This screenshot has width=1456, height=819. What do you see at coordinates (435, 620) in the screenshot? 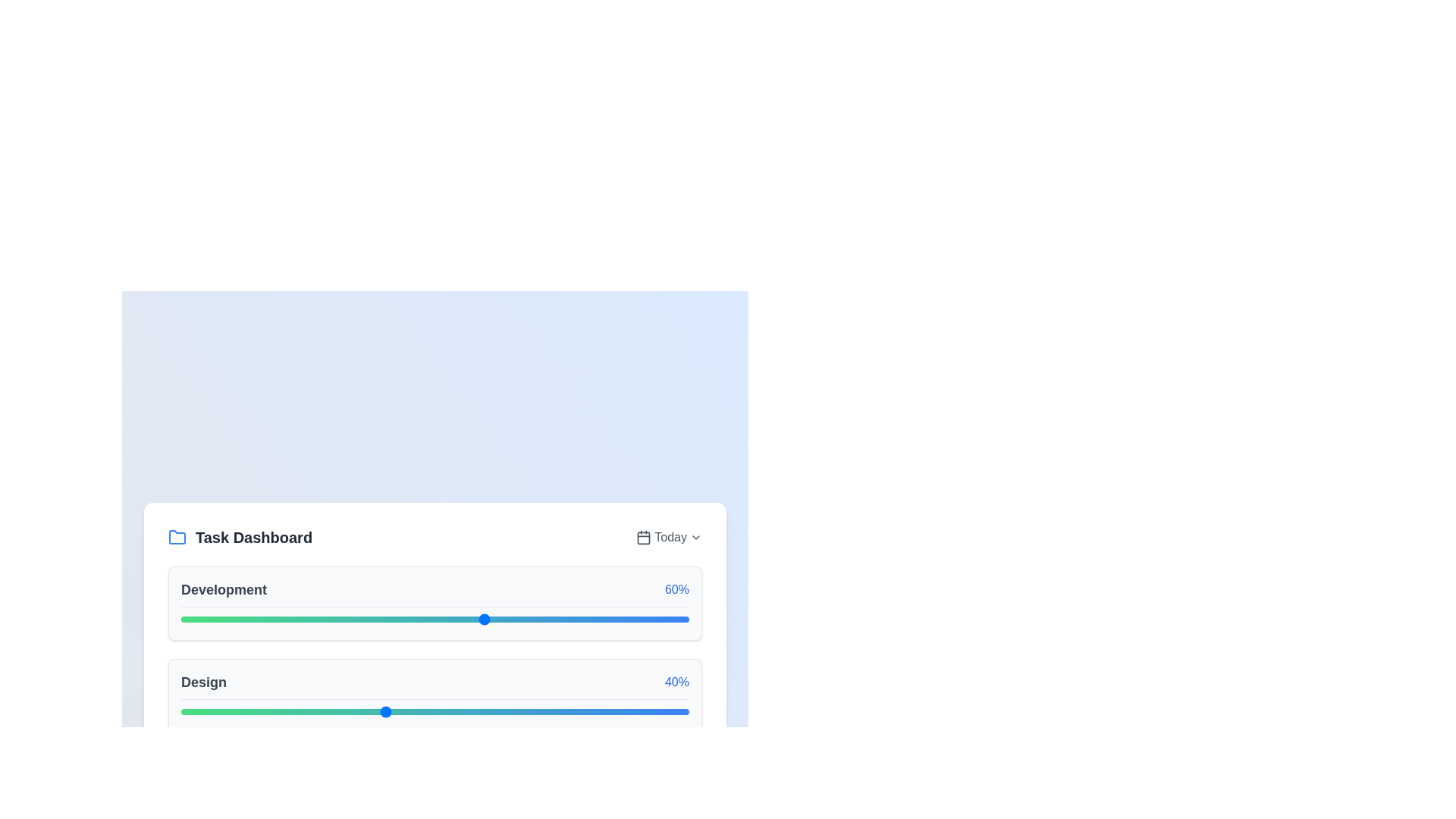
I see `the circular handle of the Range Slider, which is horizontally styled with a gradient from green` at bounding box center [435, 620].